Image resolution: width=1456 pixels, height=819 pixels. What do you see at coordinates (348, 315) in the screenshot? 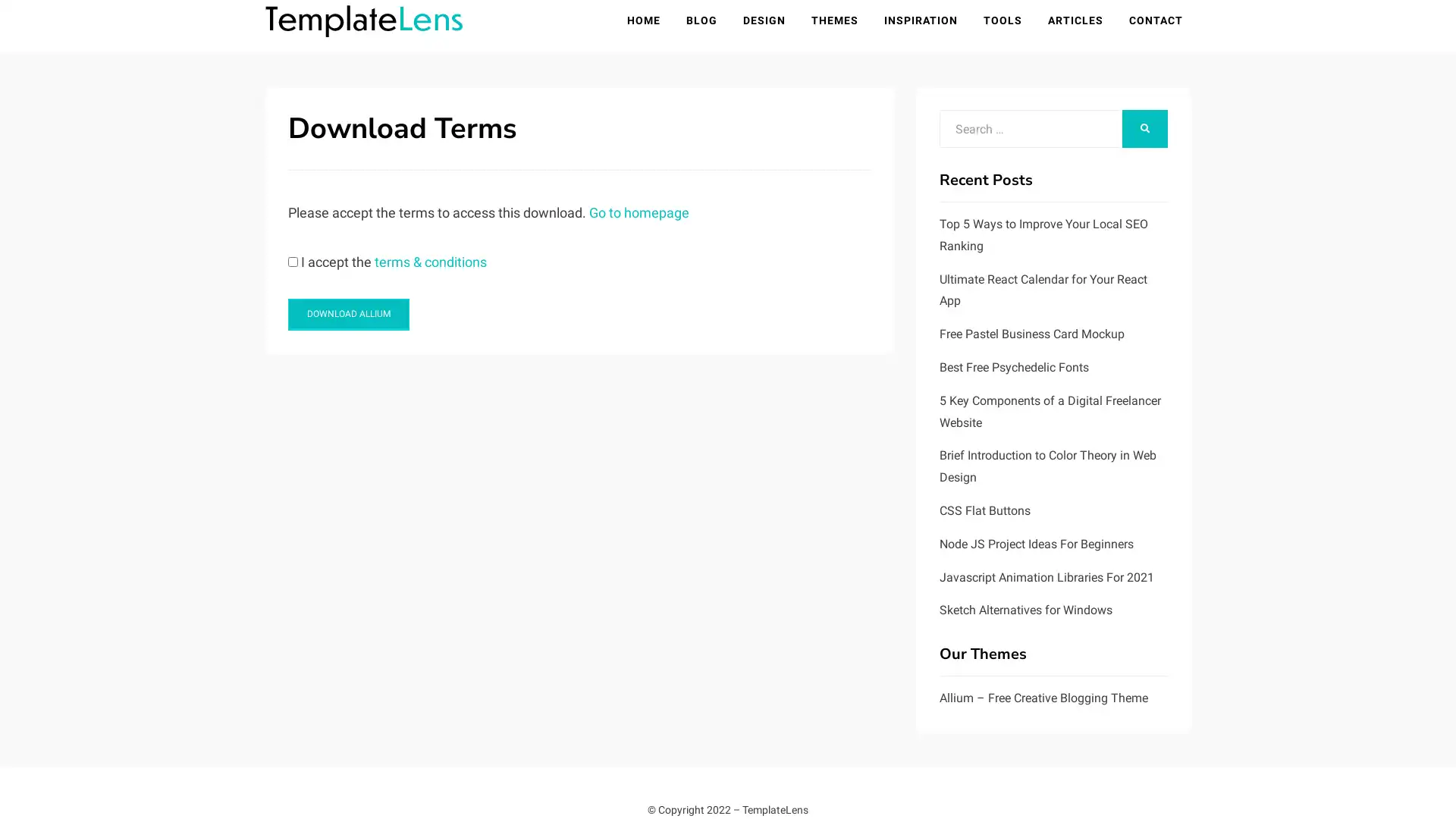
I see `Download Allium` at bounding box center [348, 315].